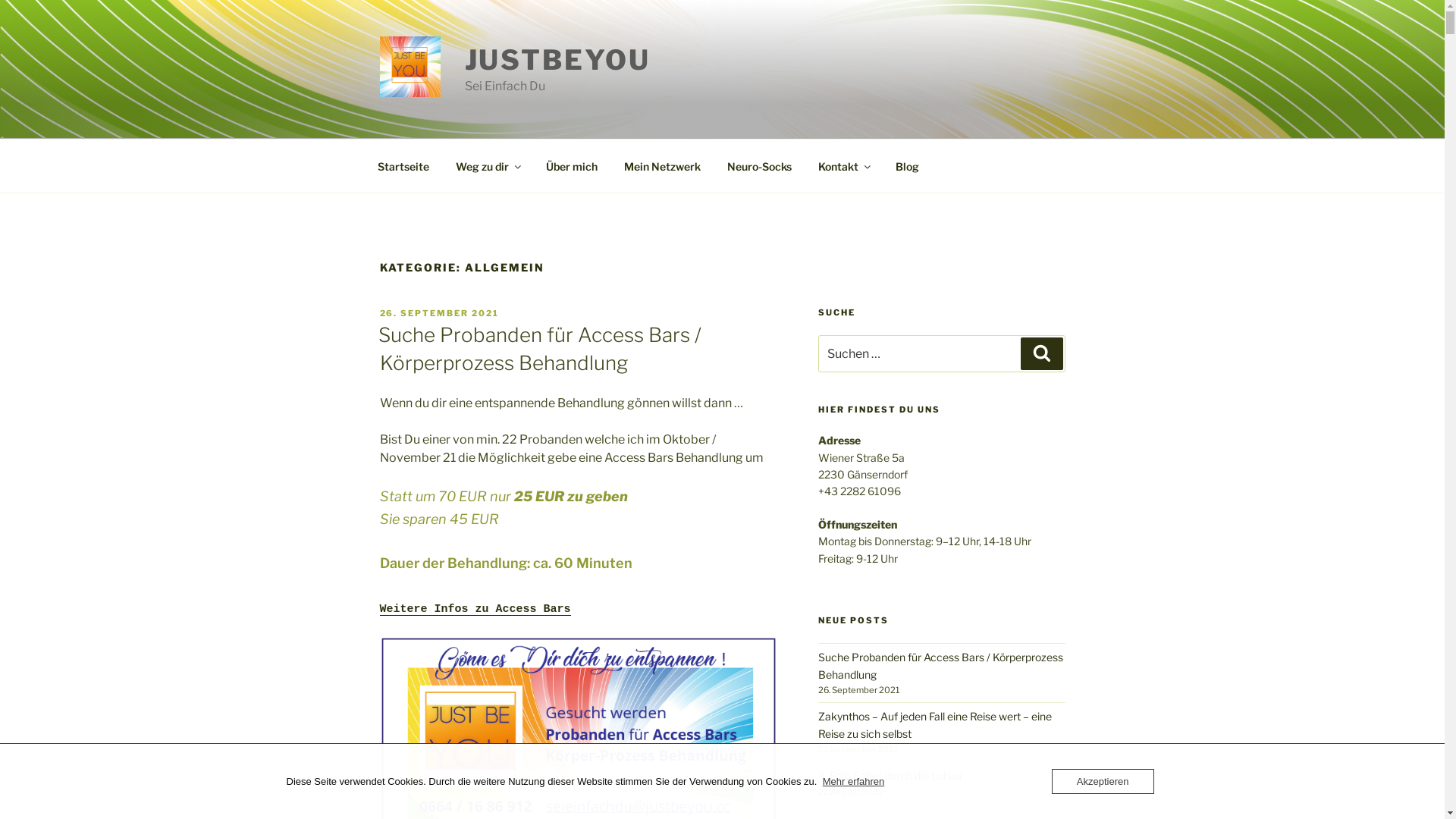 The image size is (1456, 819). I want to click on 'Suchen', so click(1040, 353).